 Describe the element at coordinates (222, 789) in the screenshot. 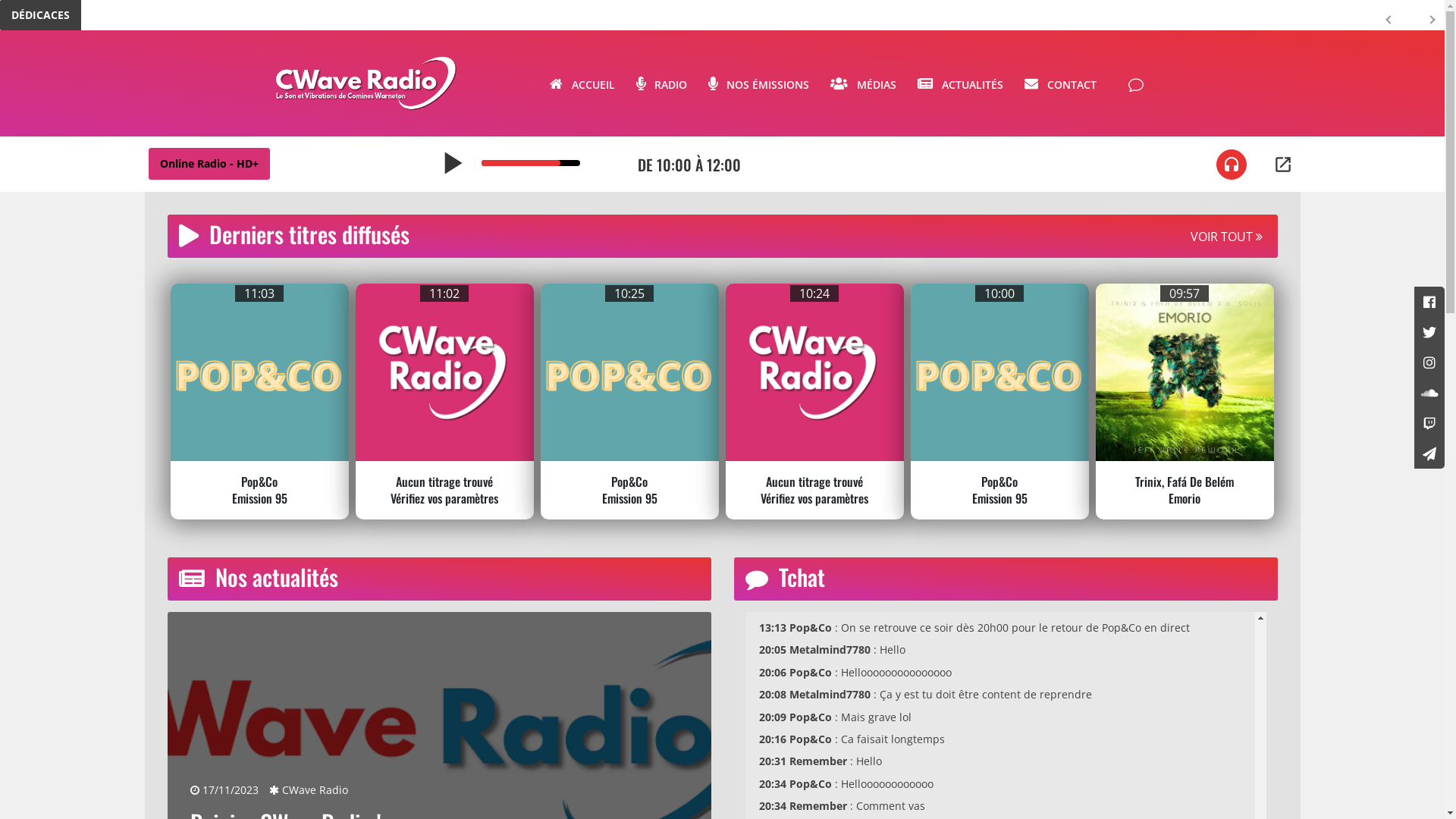

I see `'17/11/2023'` at that location.